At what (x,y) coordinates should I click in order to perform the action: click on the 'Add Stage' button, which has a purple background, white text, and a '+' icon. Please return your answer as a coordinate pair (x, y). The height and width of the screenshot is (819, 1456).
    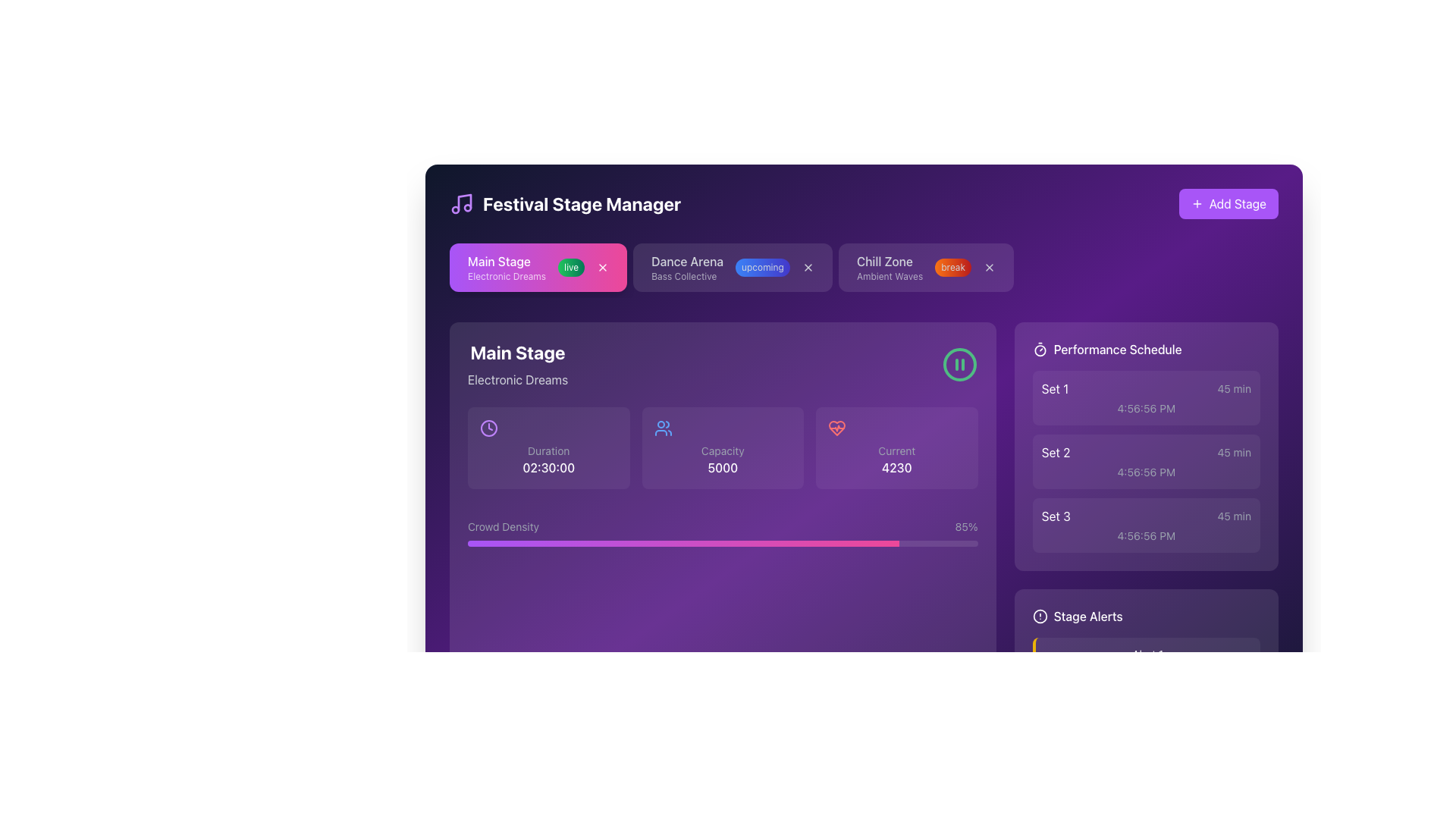
    Looking at the image, I should click on (1228, 203).